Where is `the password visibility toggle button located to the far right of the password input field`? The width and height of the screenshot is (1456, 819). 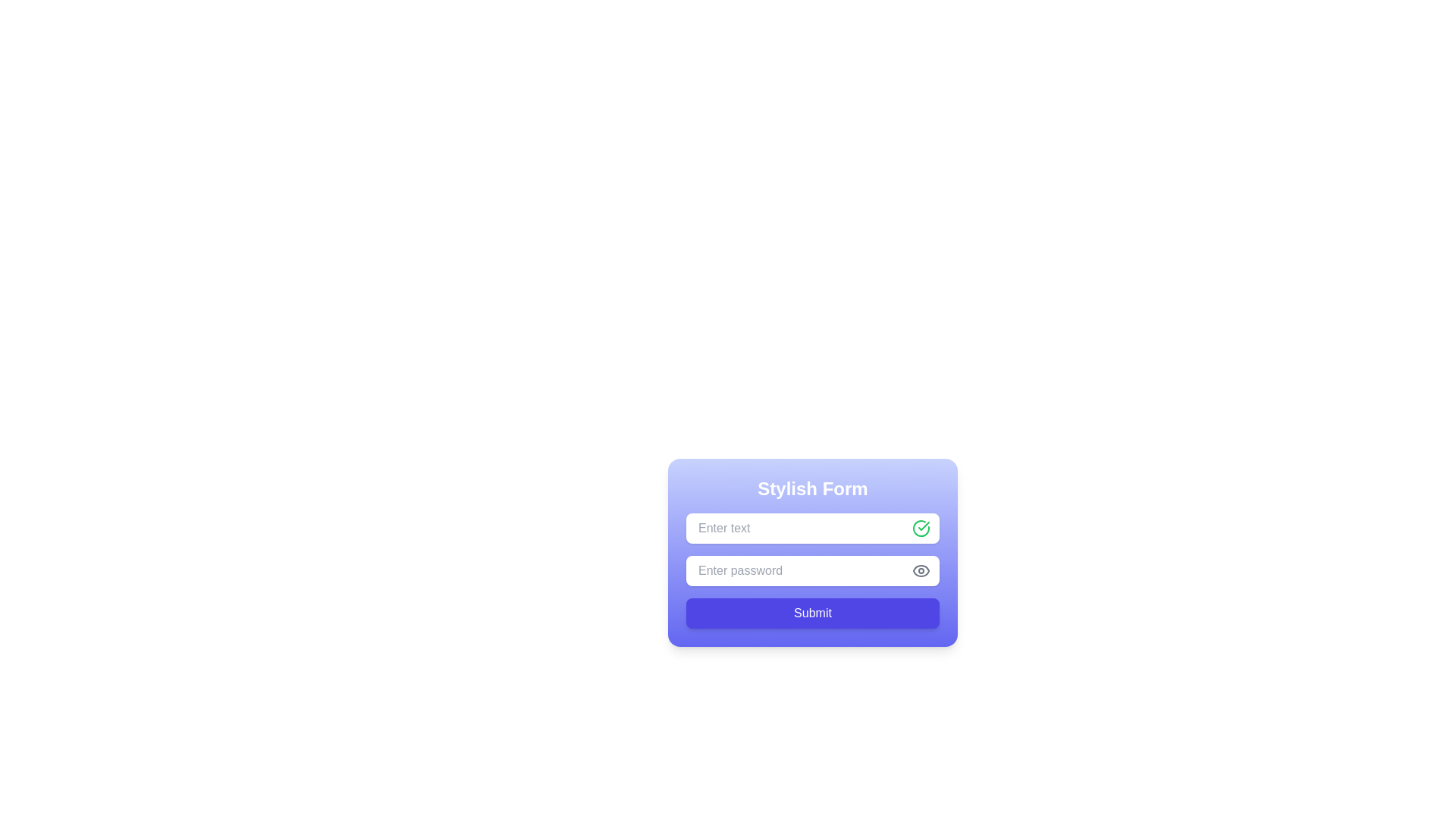 the password visibility toggle button located to the far right of the password input field is located at coordinates (920, 570).